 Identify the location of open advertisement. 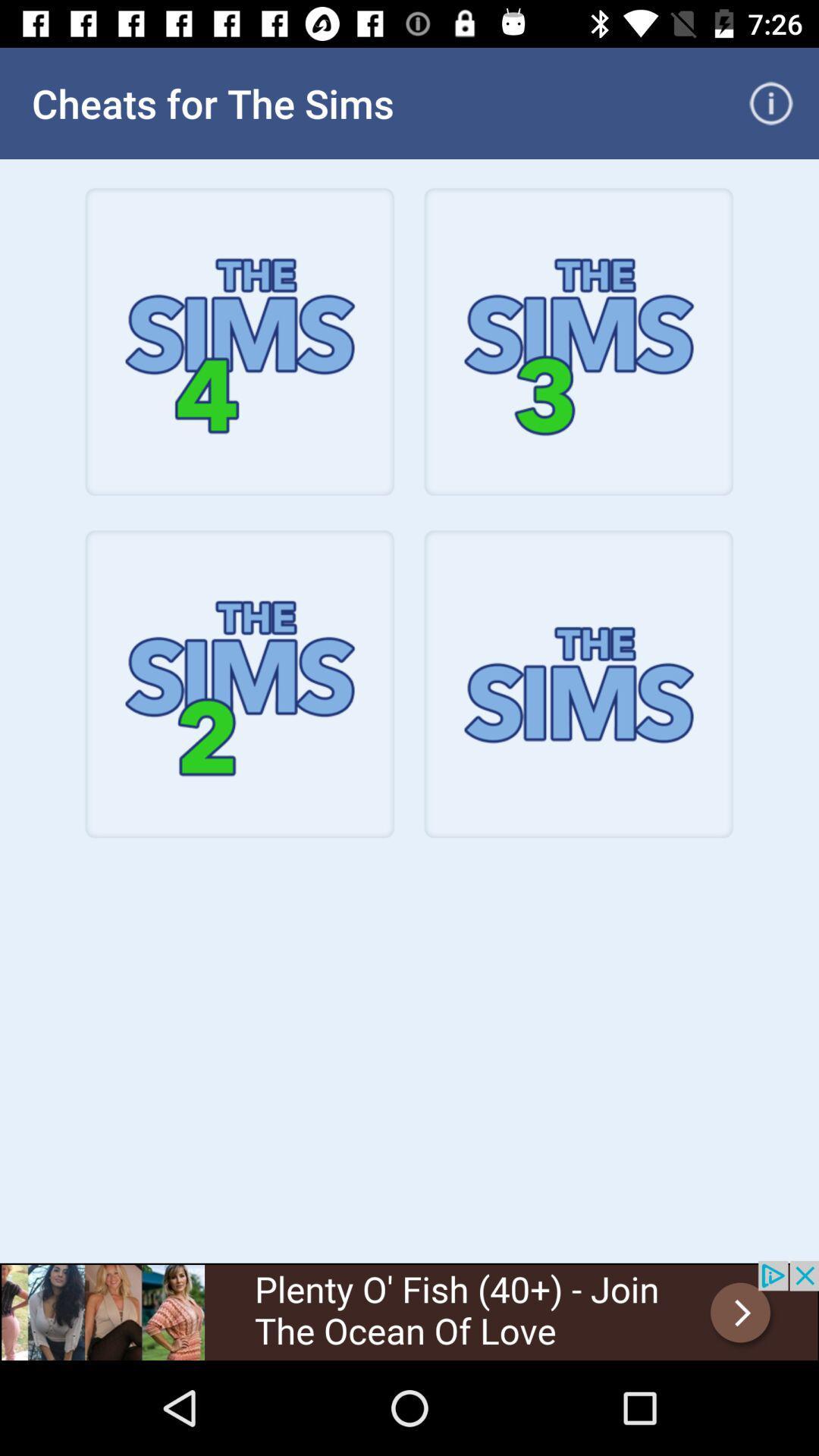
(409, 1310).